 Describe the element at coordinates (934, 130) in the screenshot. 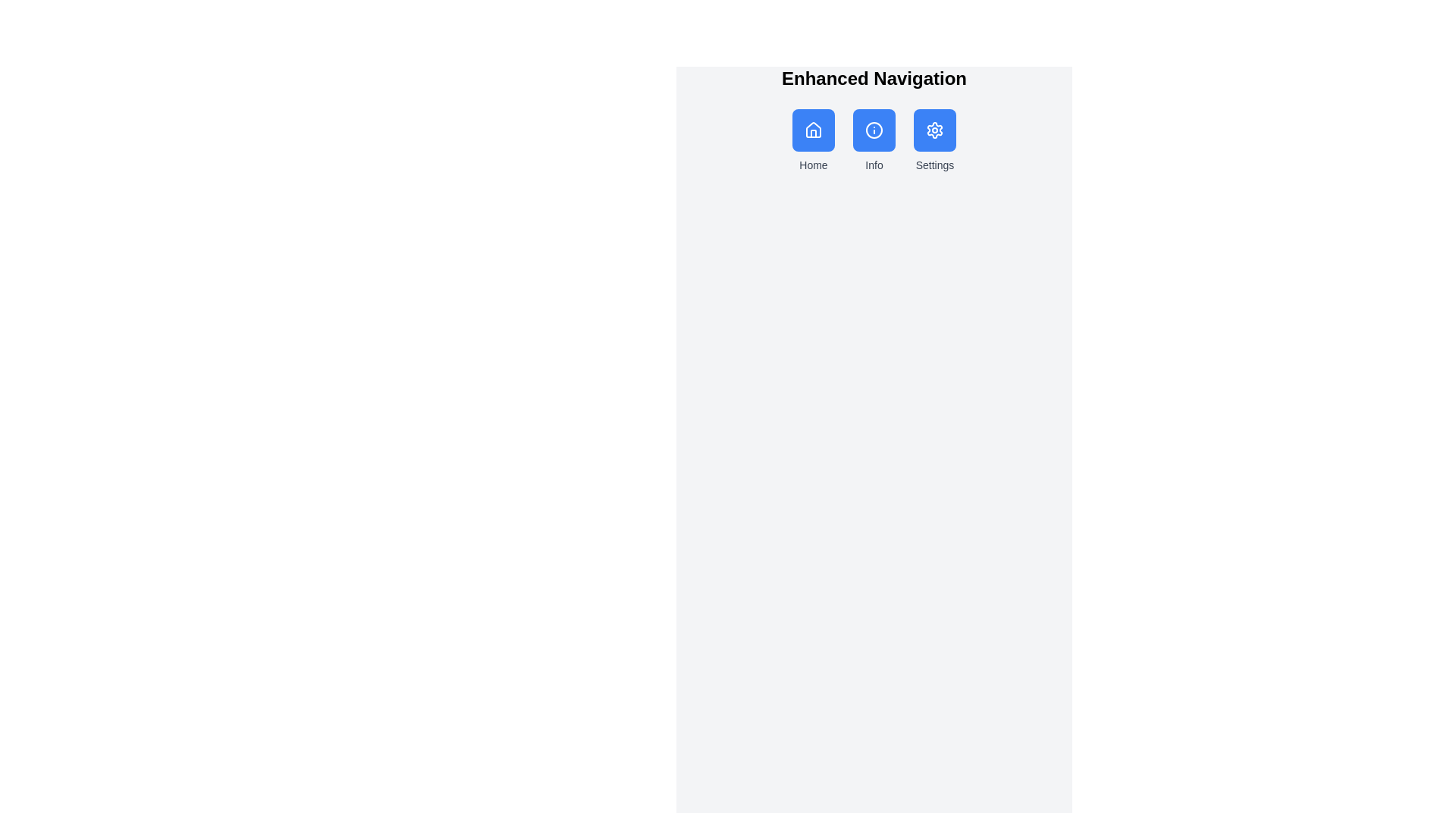

I see `the settings button with a blue background and gear icon located in the top-right section of the Enhanced Navigation header` at that location.